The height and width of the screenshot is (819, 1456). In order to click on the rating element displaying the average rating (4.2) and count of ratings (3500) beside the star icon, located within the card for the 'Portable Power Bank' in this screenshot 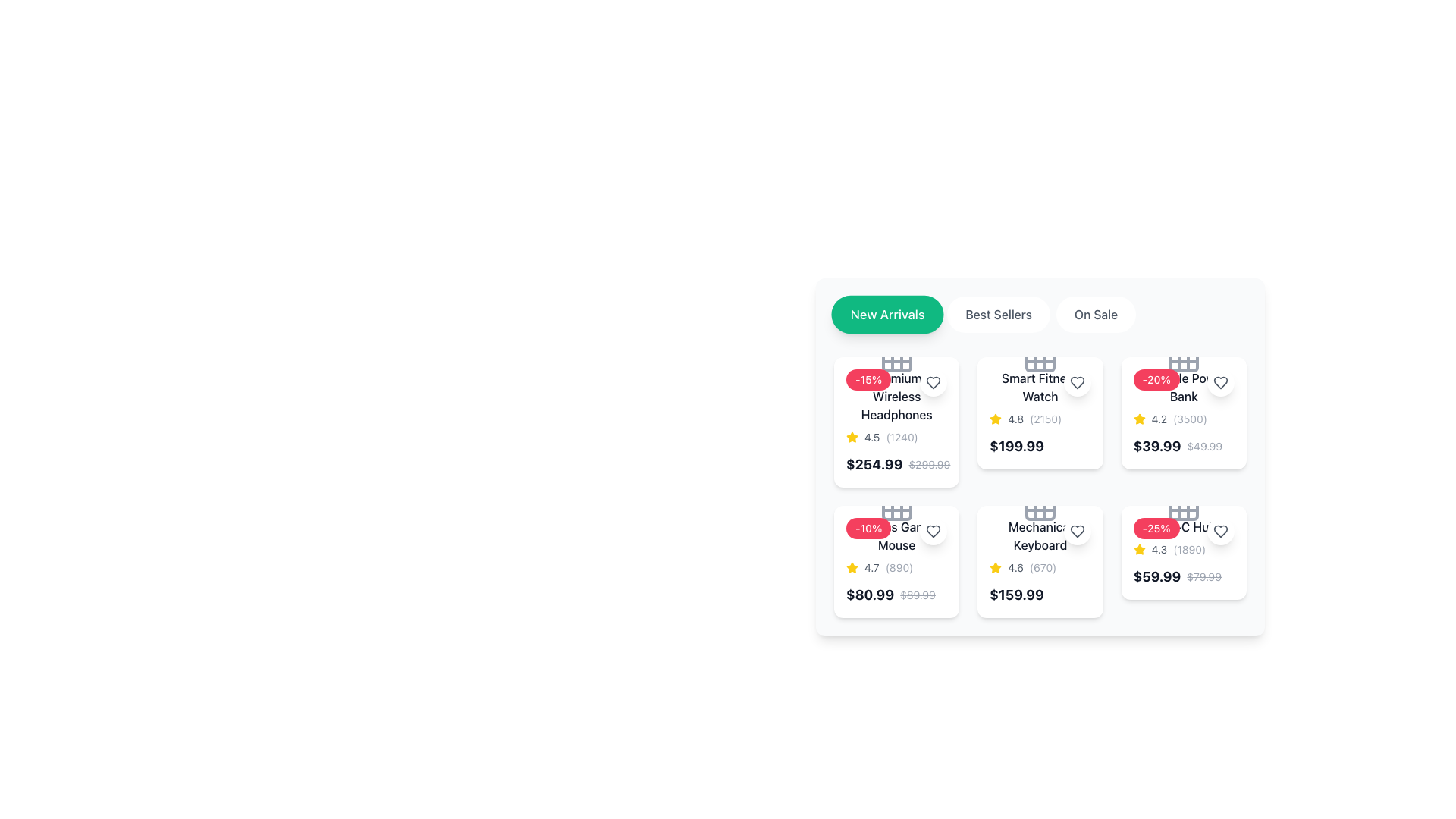, I will do `click(1183, 419)`.